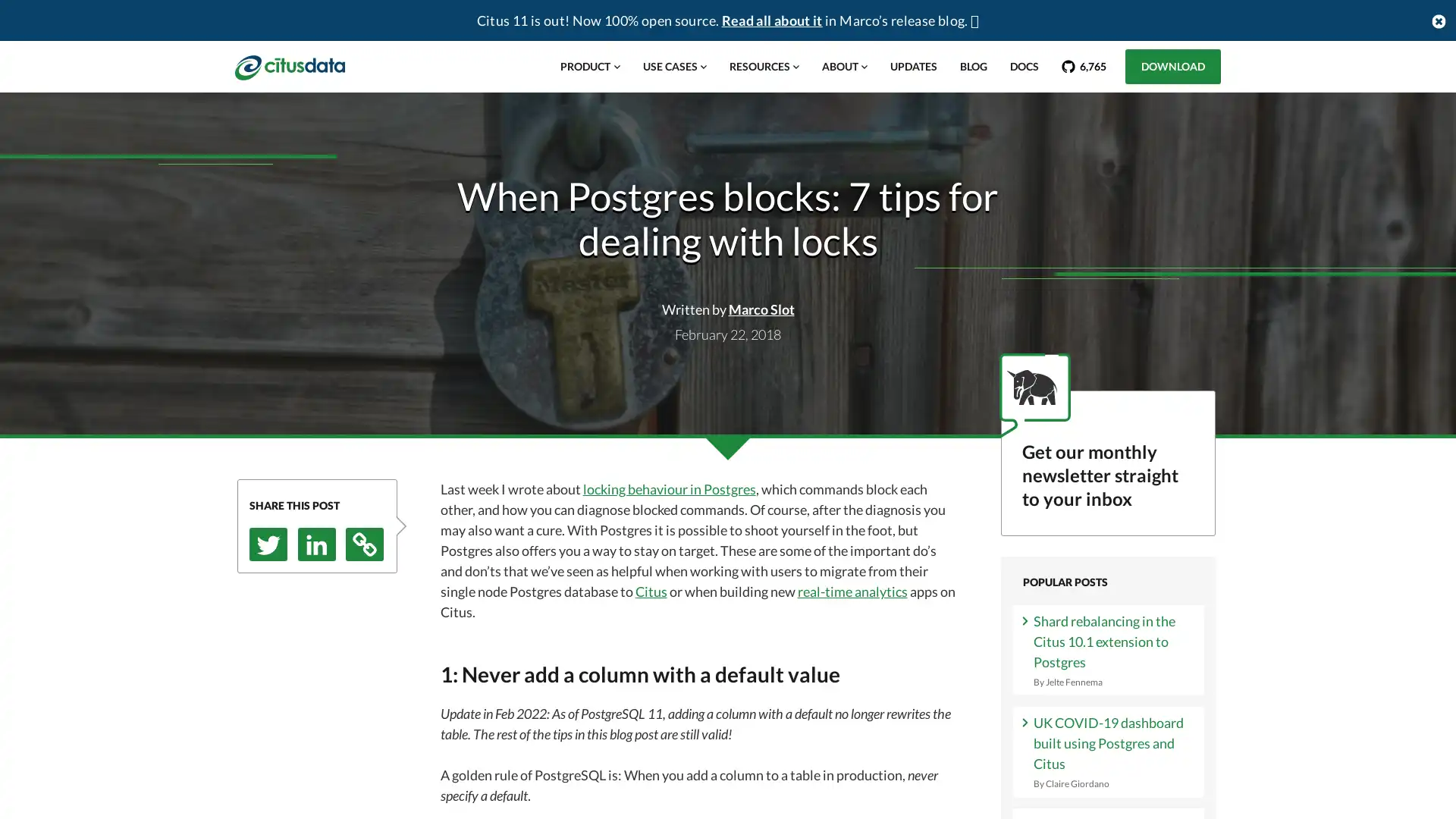 This screenshot has width=1456, height=819. Describe the element at coordinates (1107, 620) in the screenshot. I see `SIGN ME UP` at that location.